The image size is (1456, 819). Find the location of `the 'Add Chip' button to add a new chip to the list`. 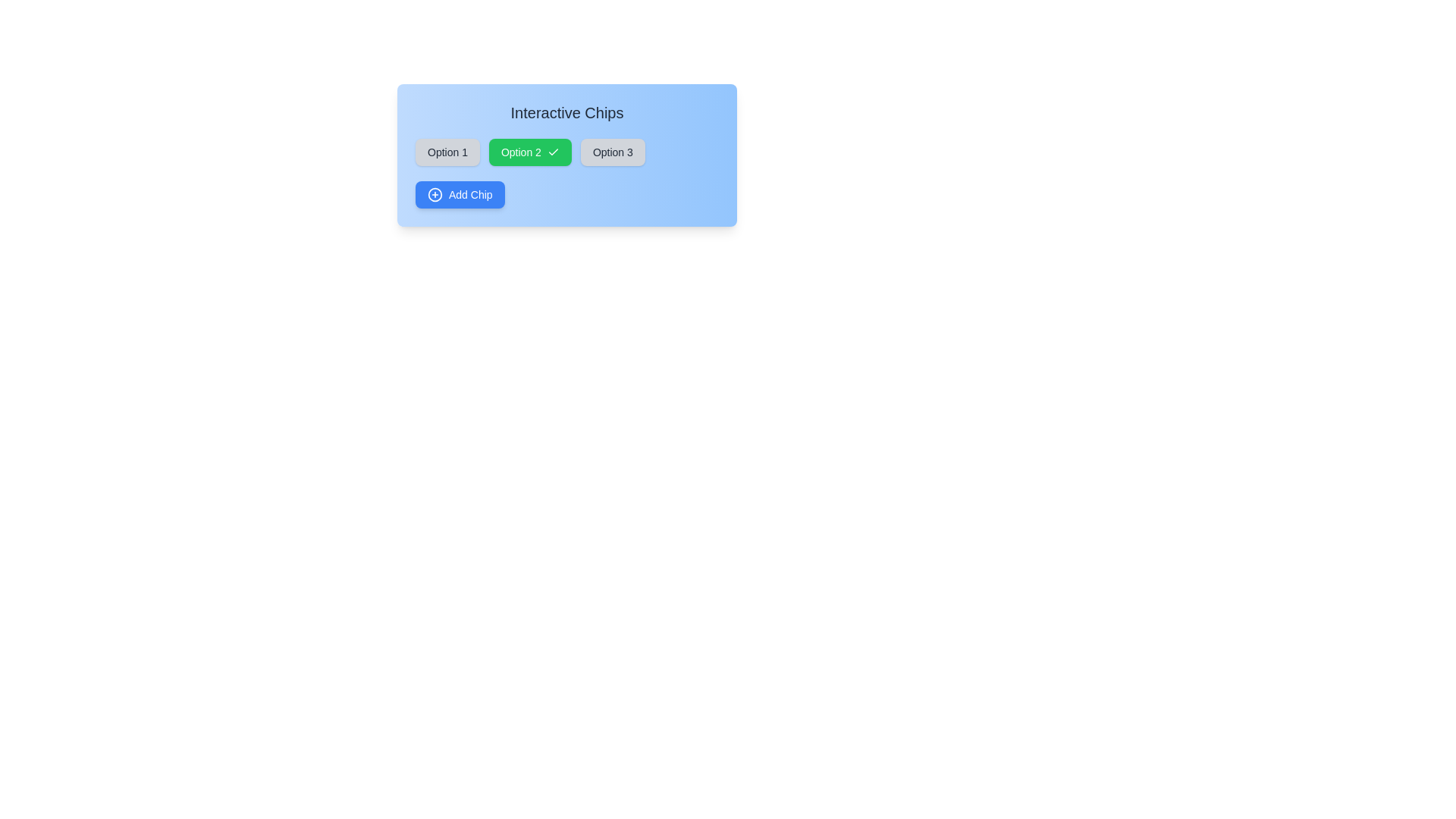

the 'Add Chip' button to add a new chip to the list is located at coordinates (459, 194).